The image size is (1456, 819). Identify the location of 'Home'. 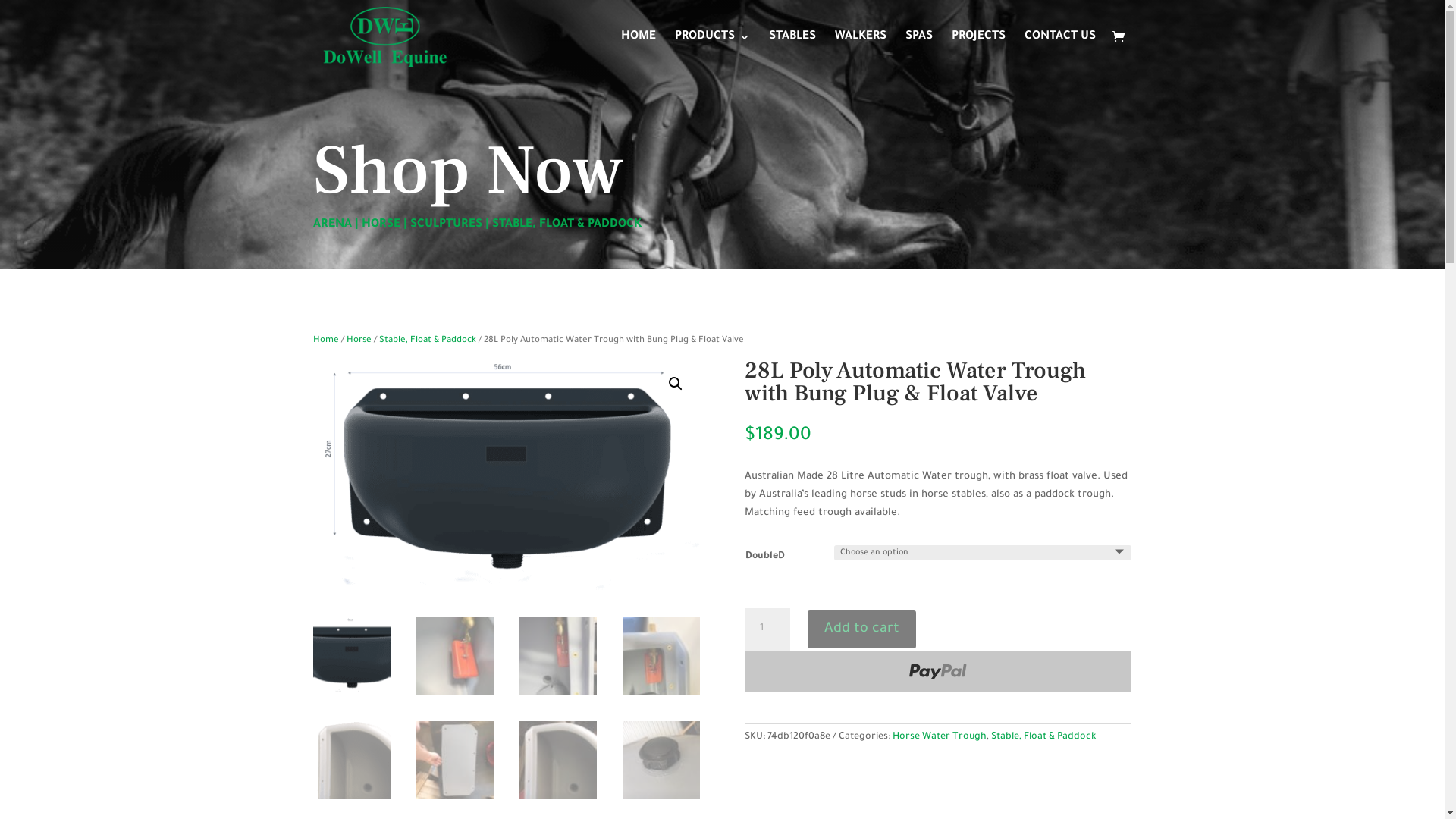
(324, 340).